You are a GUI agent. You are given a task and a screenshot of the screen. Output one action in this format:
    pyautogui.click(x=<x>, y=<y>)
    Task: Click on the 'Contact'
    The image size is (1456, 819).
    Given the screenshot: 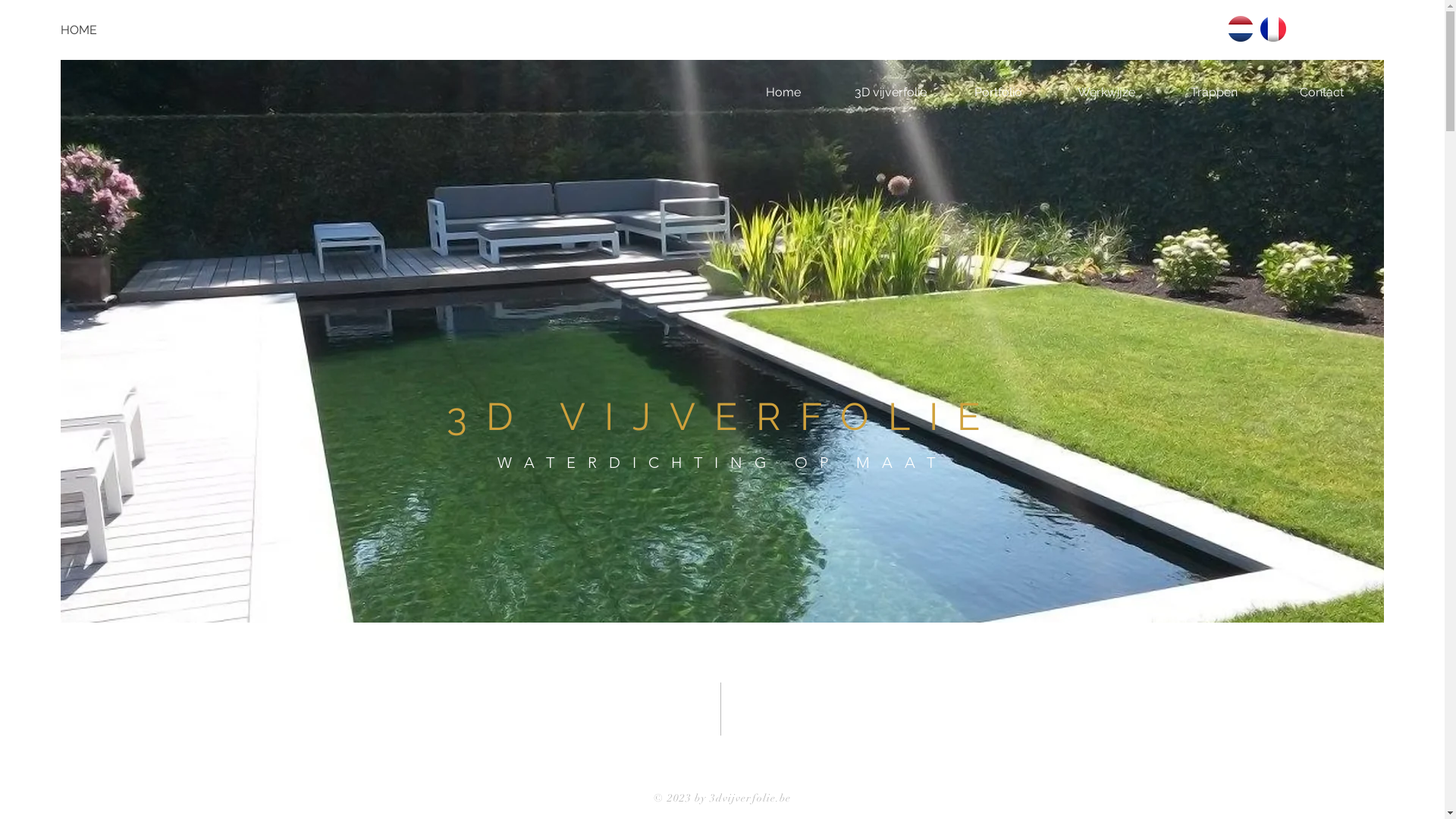 What is the action you would take?
    pyautogui.click(x=1320, y=93)
    